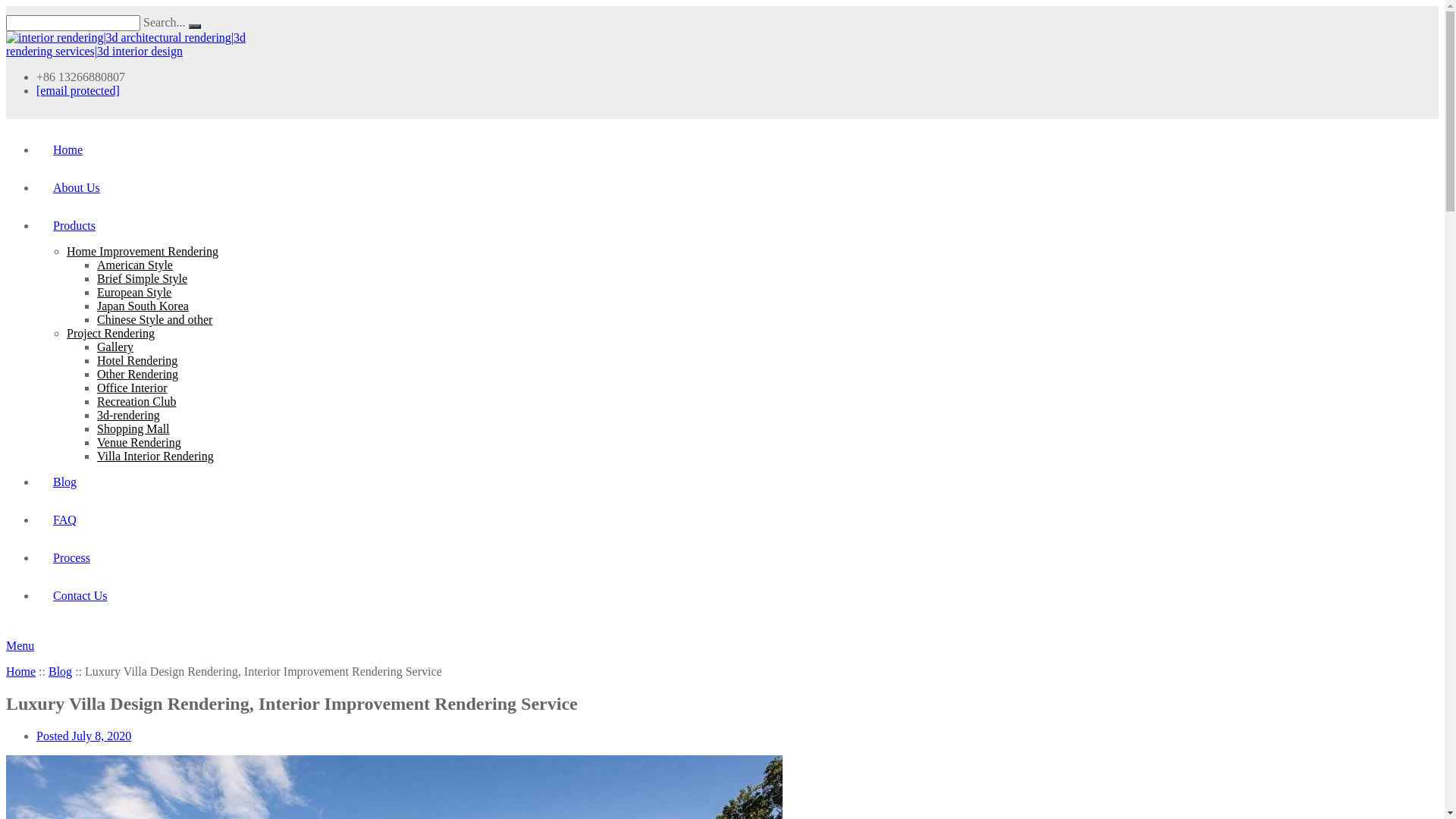 This screenshot has height=819, width=1456. I want to click on 'About Us', so click(72, 187).